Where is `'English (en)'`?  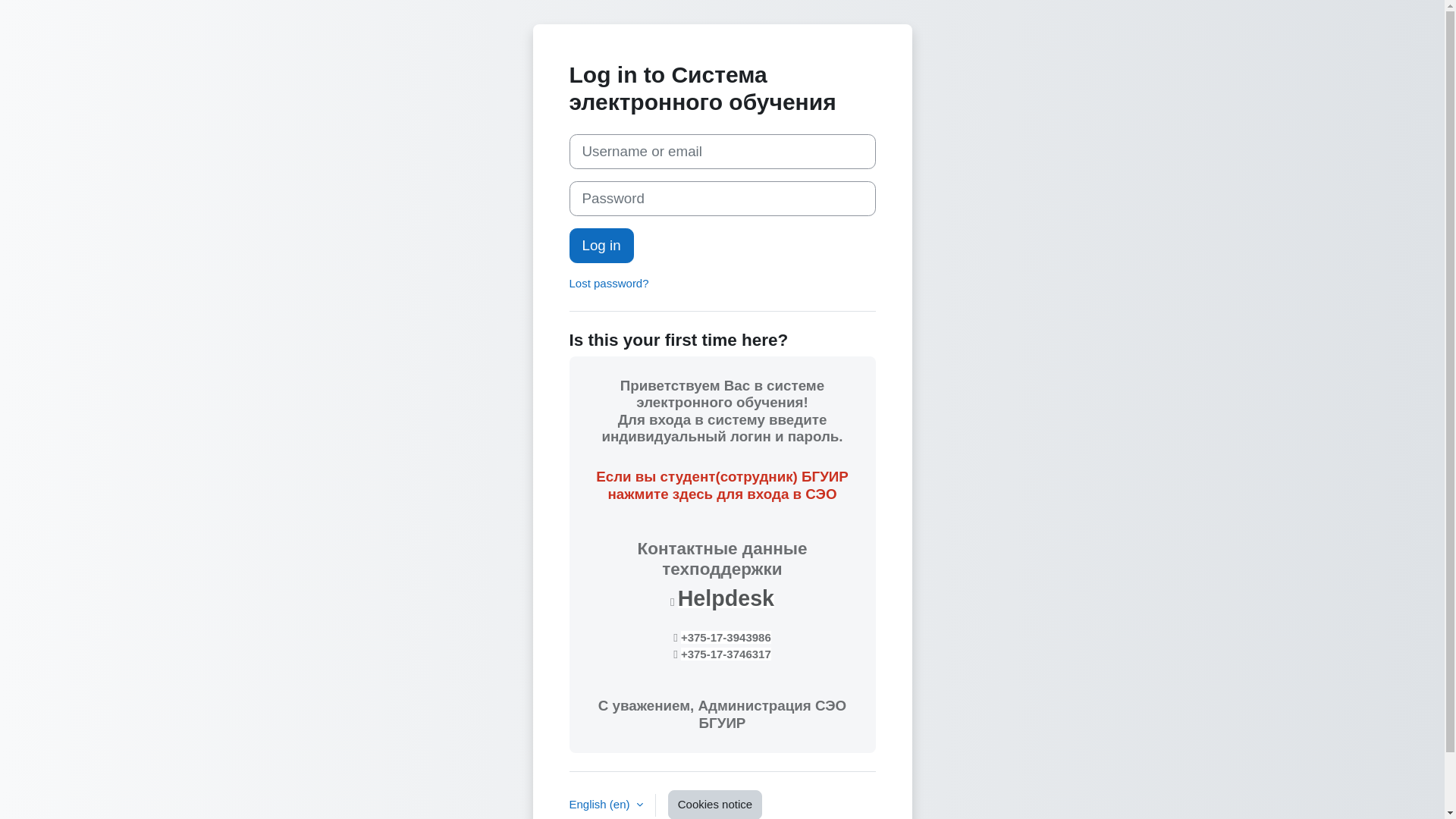
'English (en)' is located at coordinates (604, 804).